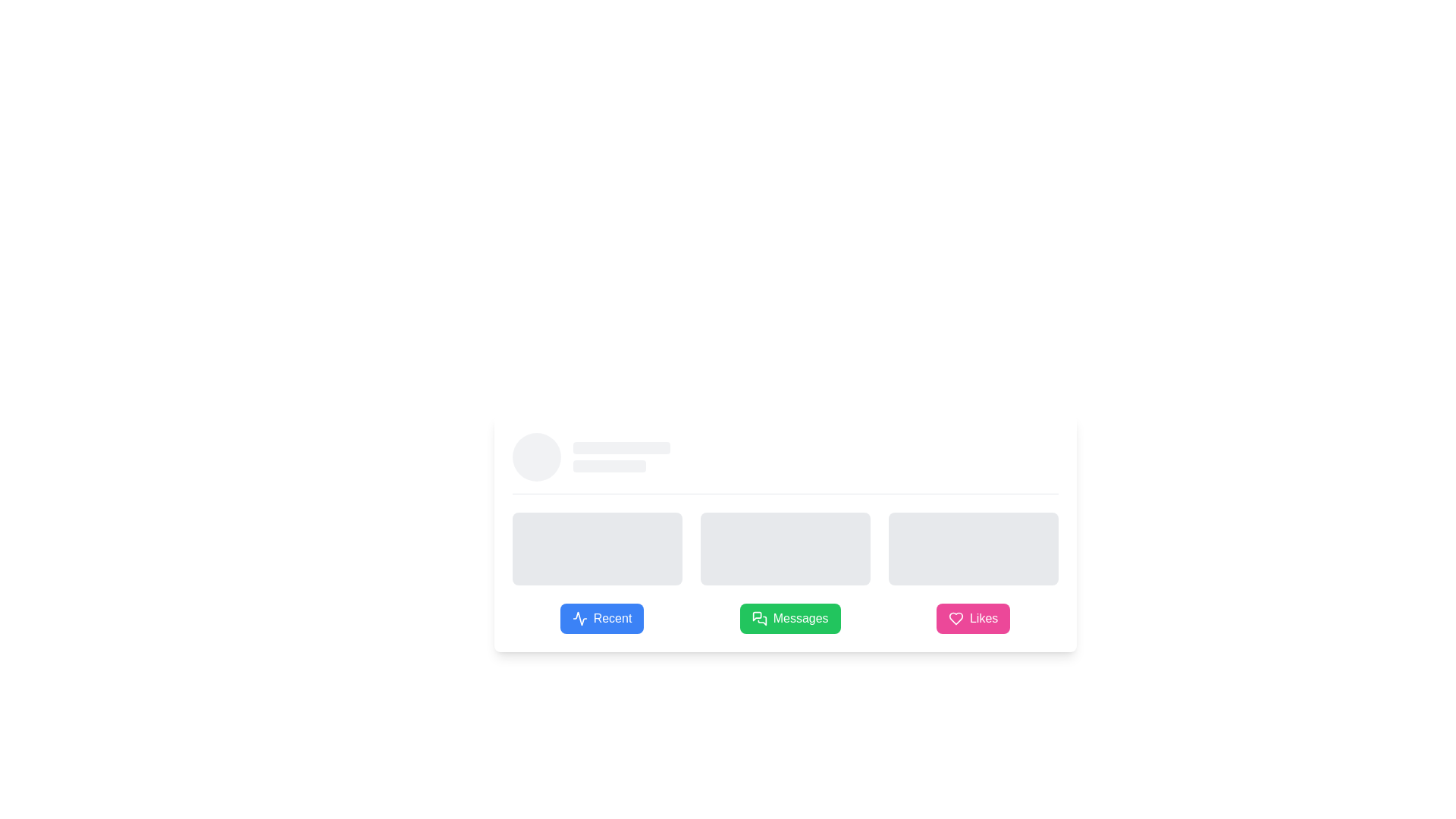  Describe the element at coordinates (579, 619) in the screenshot. I see `the SVG Icon representing recent activities, located to the left of the 'Recent' label in the button group at the bottom left of the UI` at that location.